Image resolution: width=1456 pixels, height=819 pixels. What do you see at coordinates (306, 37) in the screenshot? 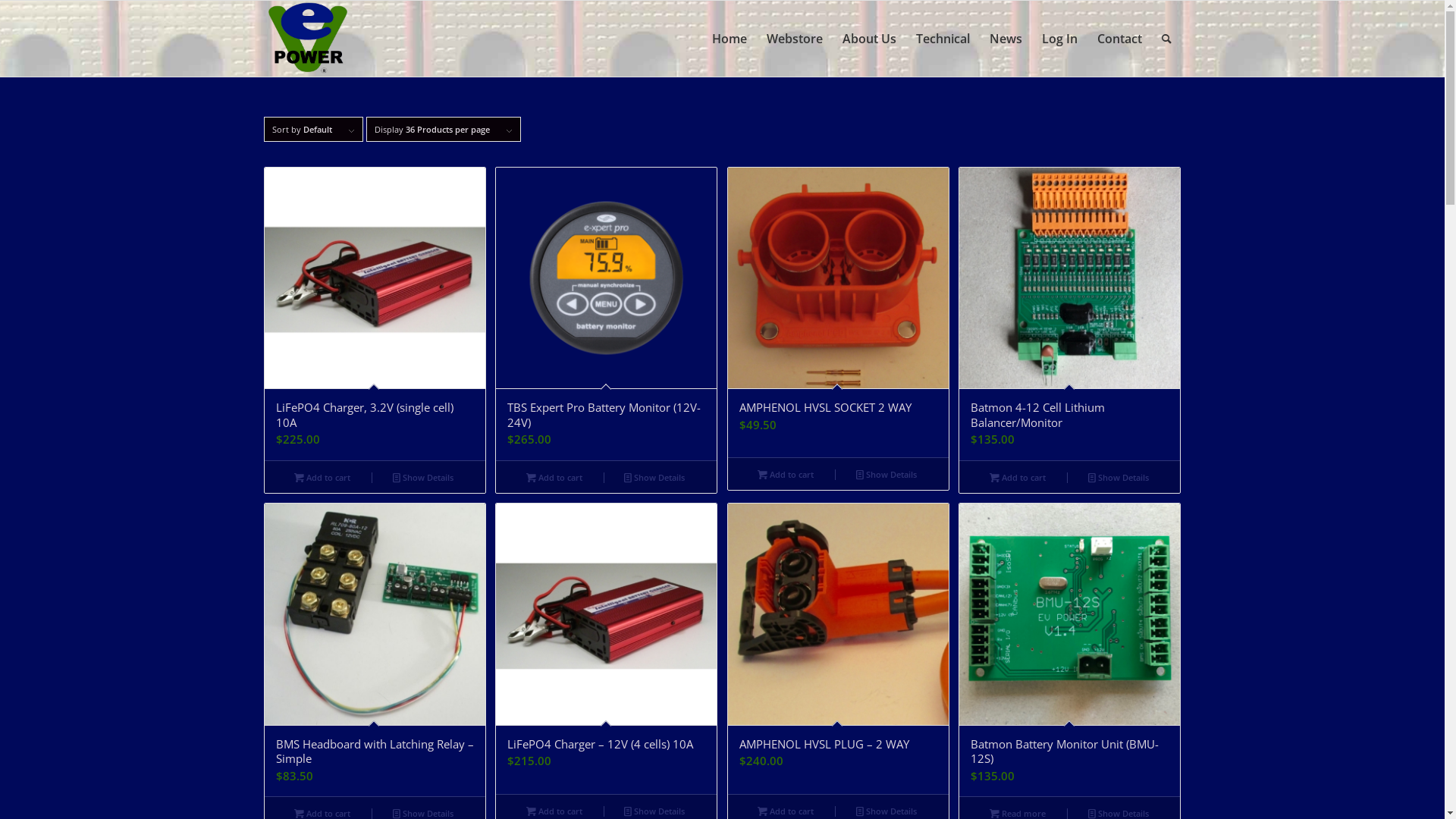
I see `'eV_power_web'` at bounding box center [306, 37].